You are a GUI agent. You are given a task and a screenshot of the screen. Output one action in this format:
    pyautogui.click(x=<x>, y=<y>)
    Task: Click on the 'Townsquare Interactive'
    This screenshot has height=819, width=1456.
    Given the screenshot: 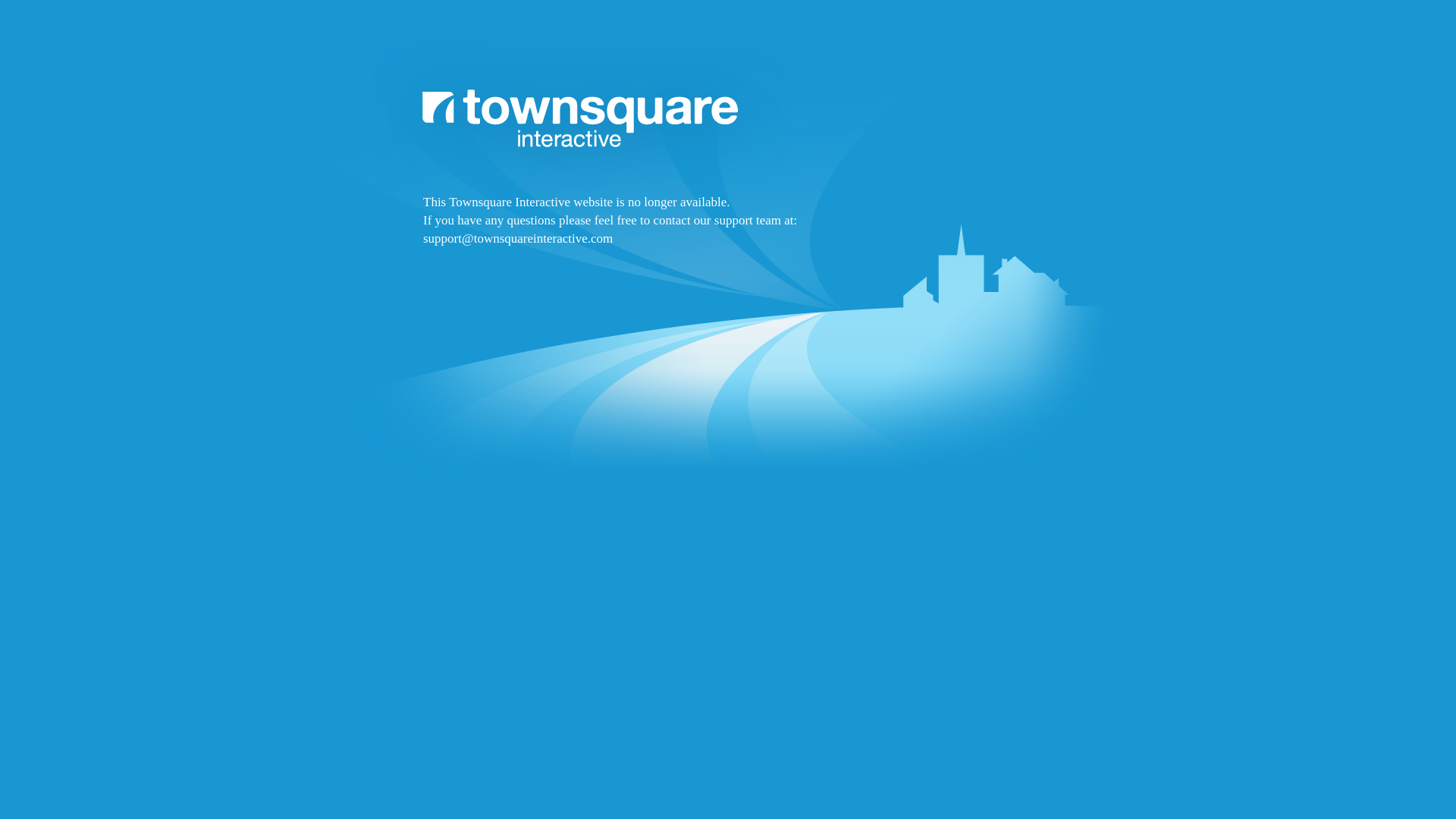 What is the action you would take?
    pyautogui.click(x=728, y=297)
    